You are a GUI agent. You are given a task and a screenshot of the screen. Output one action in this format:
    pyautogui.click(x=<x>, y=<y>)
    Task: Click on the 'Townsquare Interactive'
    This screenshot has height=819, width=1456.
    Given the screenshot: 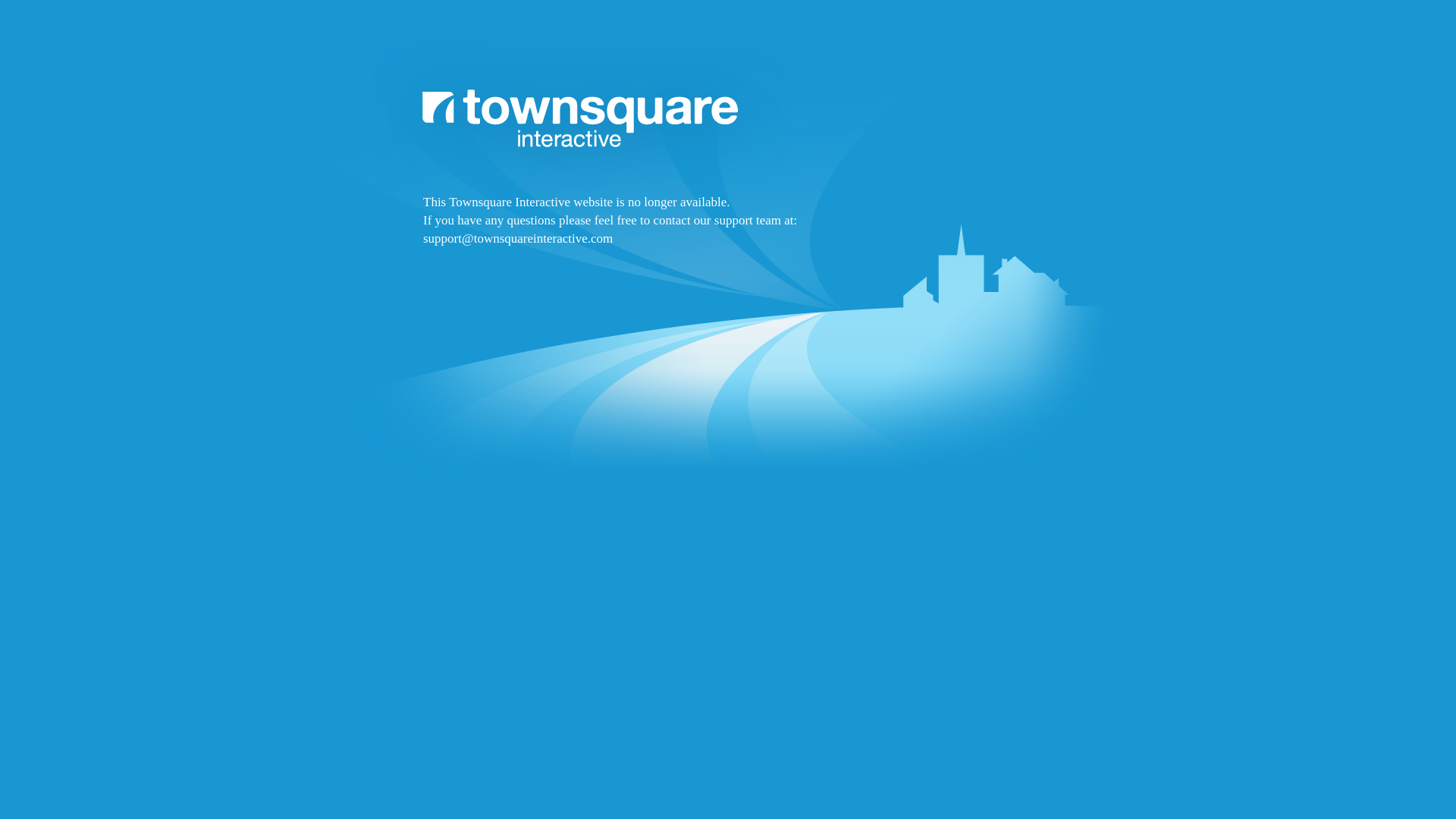 What is the action you would take?
    pyautogui.click(x=728, y=297)
    